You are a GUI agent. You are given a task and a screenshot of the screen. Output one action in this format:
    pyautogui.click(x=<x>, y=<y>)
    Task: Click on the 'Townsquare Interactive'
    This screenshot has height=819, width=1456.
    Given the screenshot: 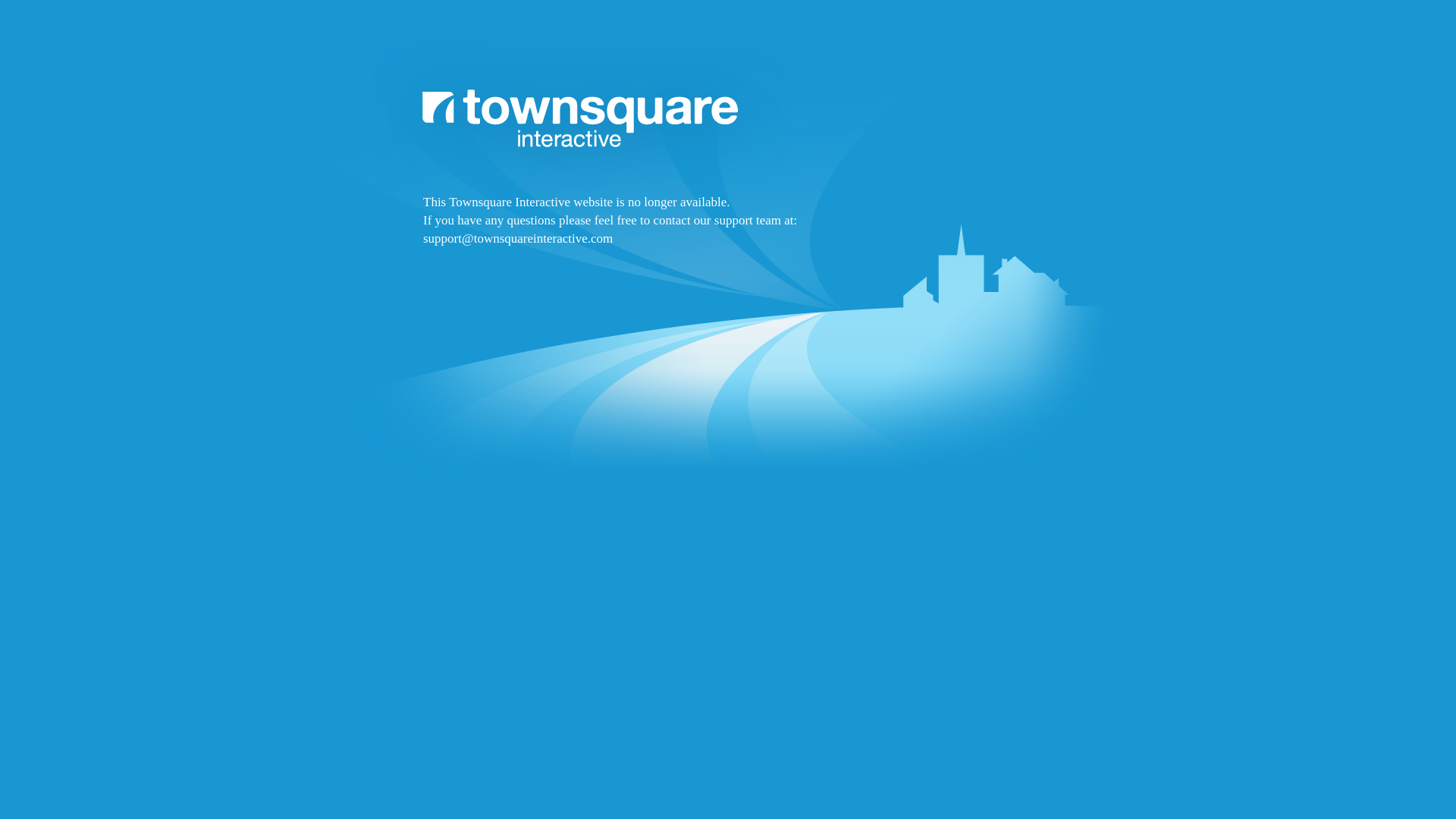 What is the action you would take?
    pyautogui.click(x=728, y=297)
    